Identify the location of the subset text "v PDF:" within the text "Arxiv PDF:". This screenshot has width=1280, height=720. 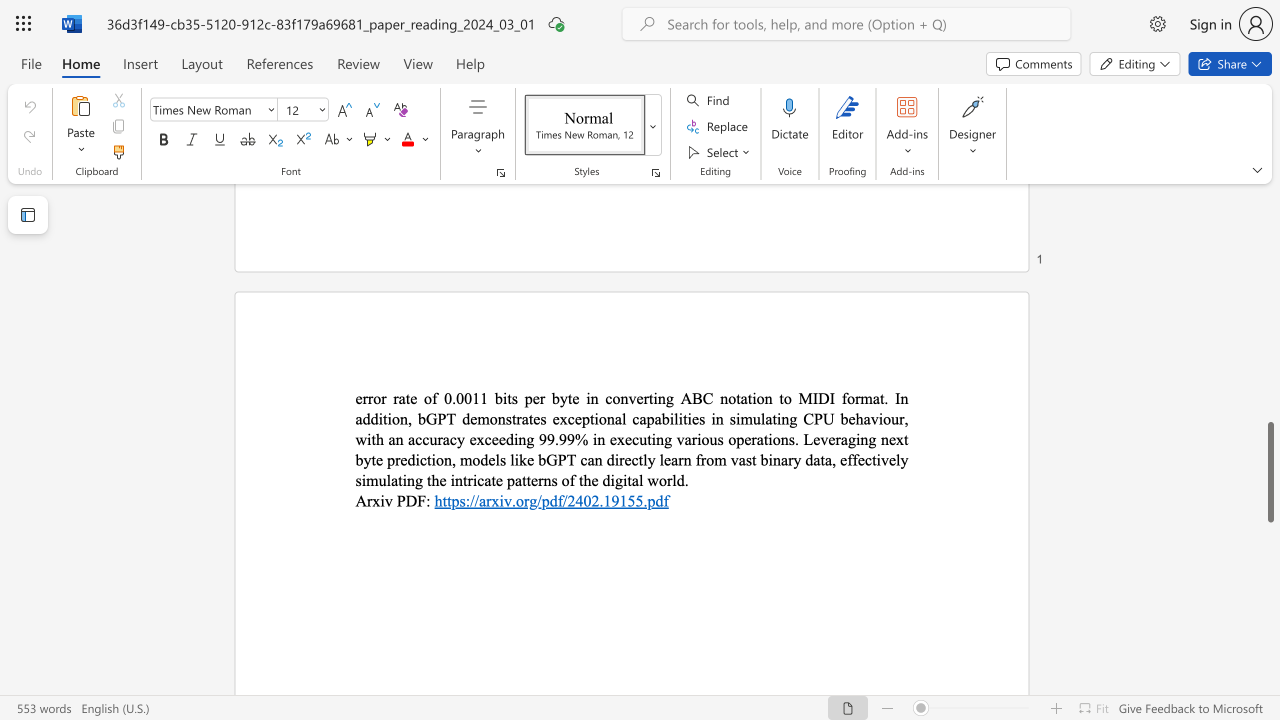
(384, 500).